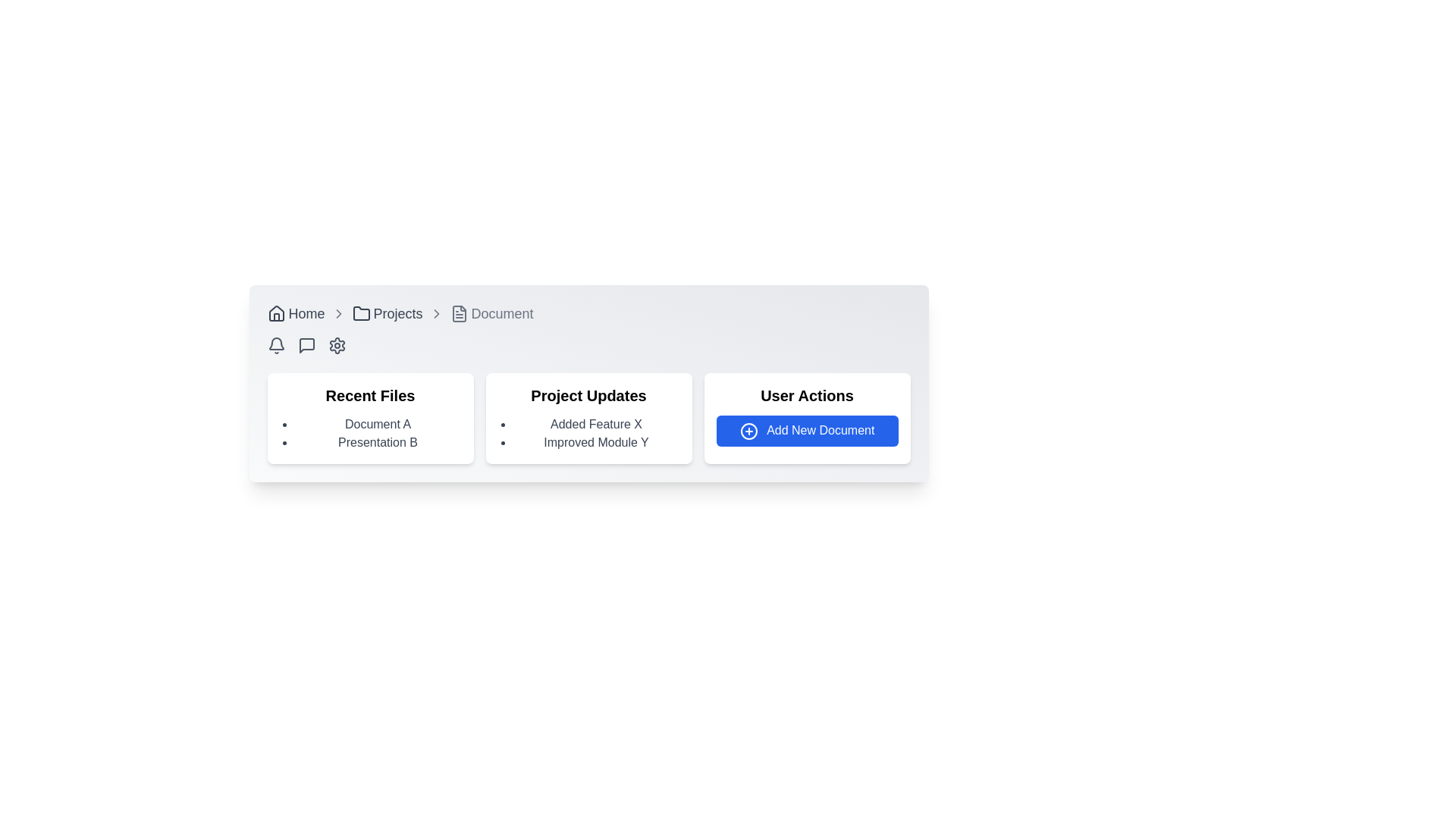 The image size is (1456, 819). Describe the element at coordinates (306, 345) in the screenshot. I see `the messaging icon located between the bell icon and the gear icon, near the top-left of the interface` at that location.